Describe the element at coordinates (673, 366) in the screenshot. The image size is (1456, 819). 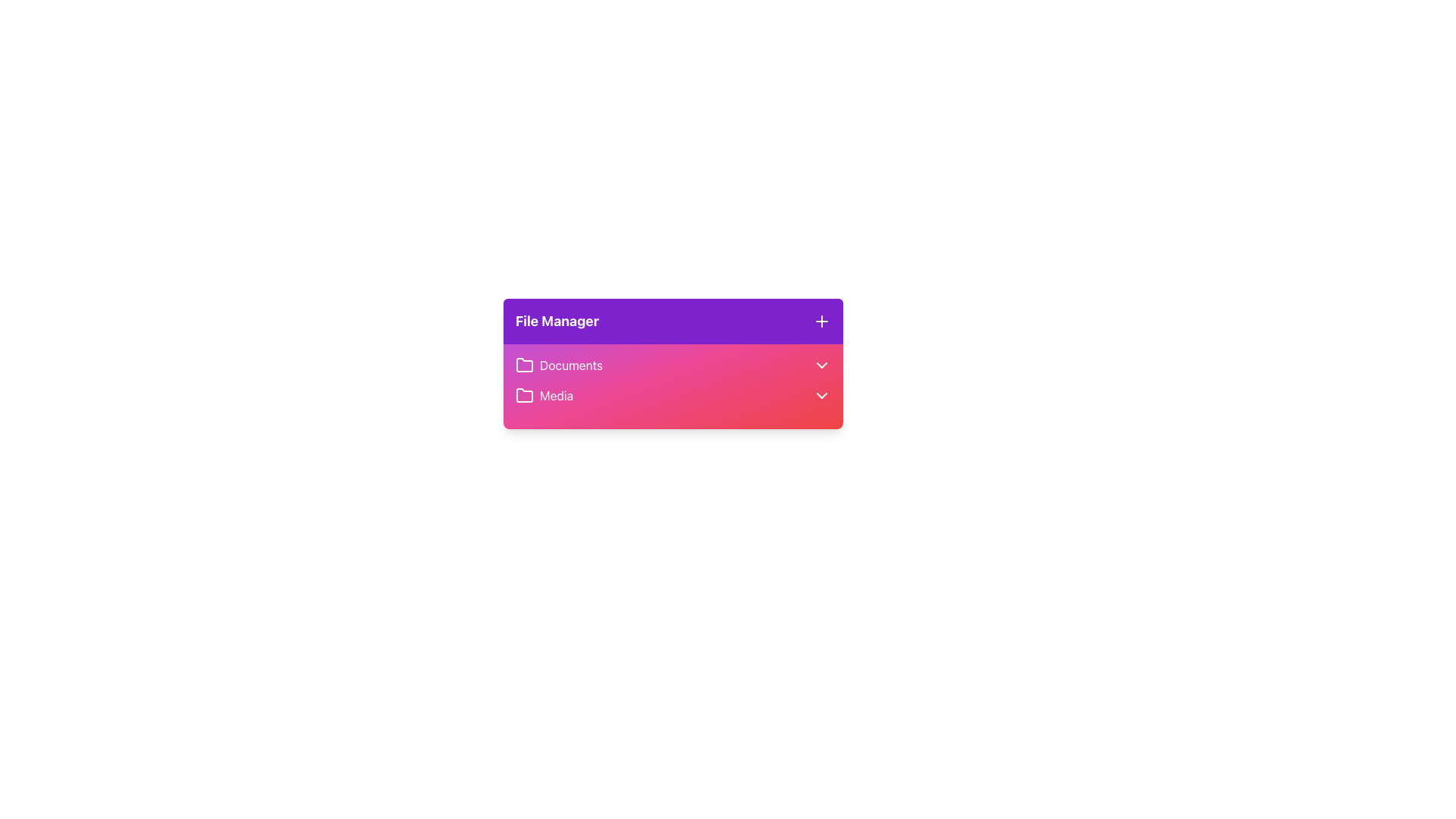
I see `the 'Documents' row in the 'File Manager' widget` at that location.